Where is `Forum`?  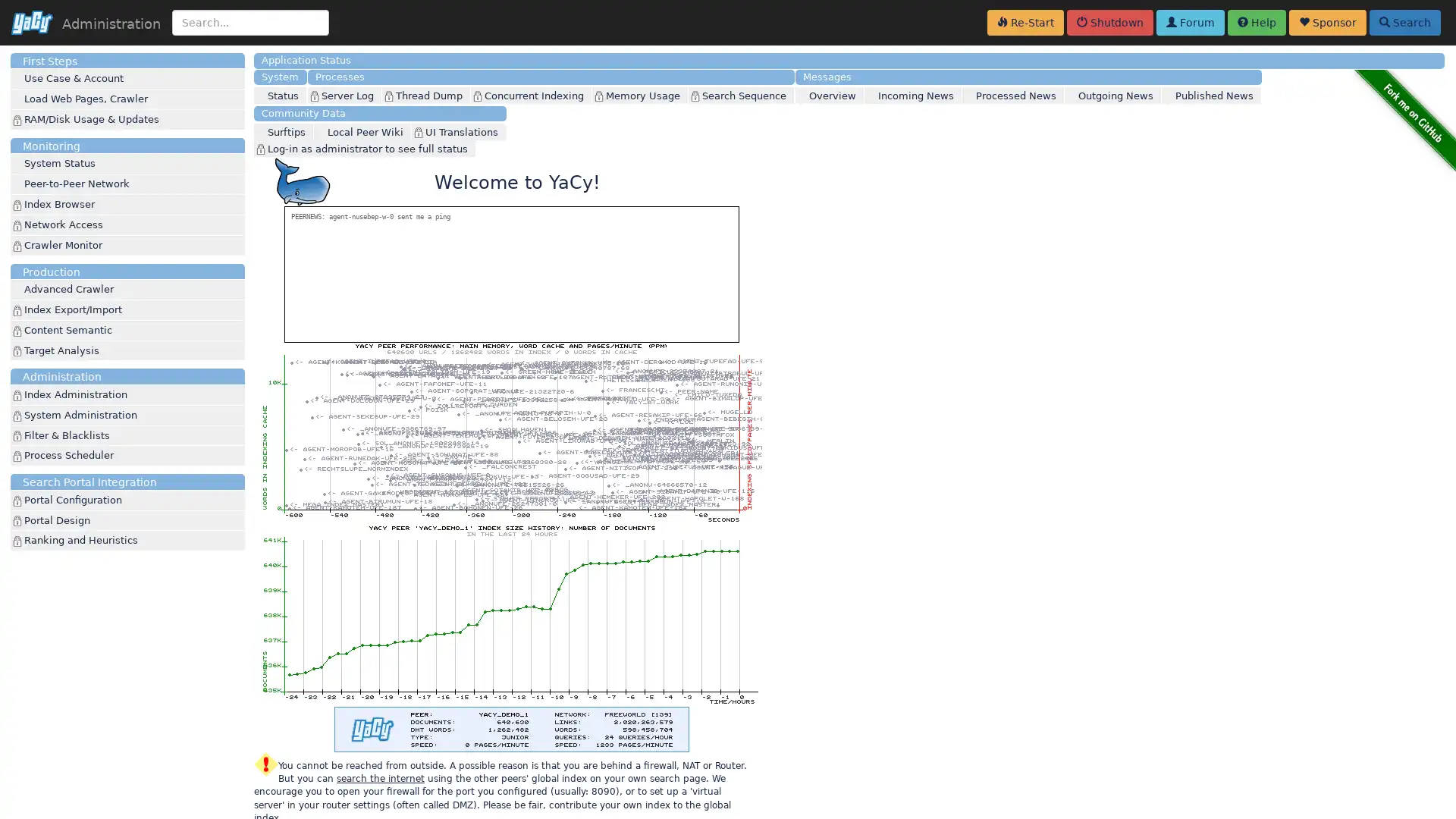
Forum is located at coordinates (1189, 23).